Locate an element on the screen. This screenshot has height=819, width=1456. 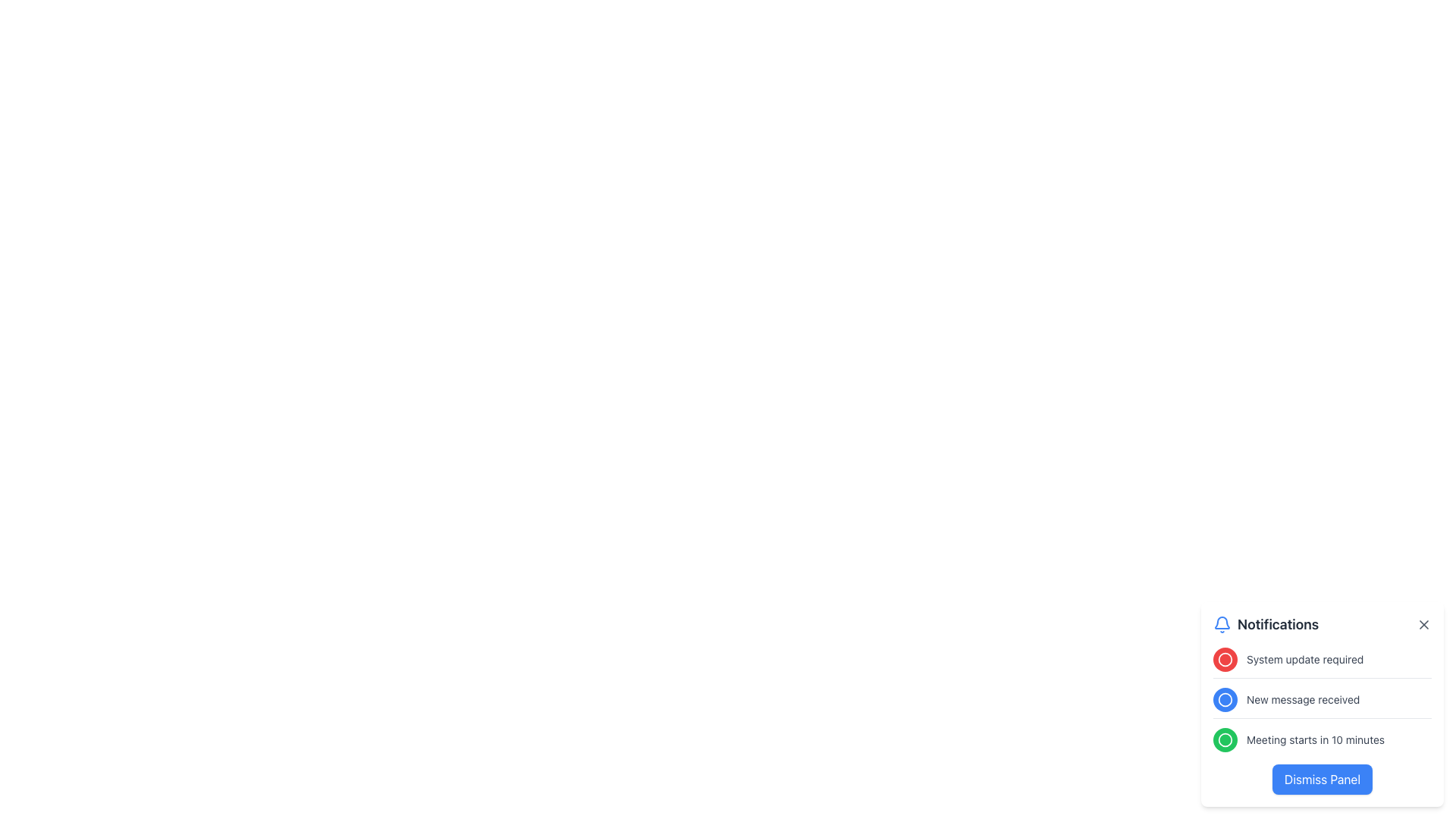
the notification icon button that indicates urgency, located to the left of the text 'System update required' is located at coordinates (1225, 659).